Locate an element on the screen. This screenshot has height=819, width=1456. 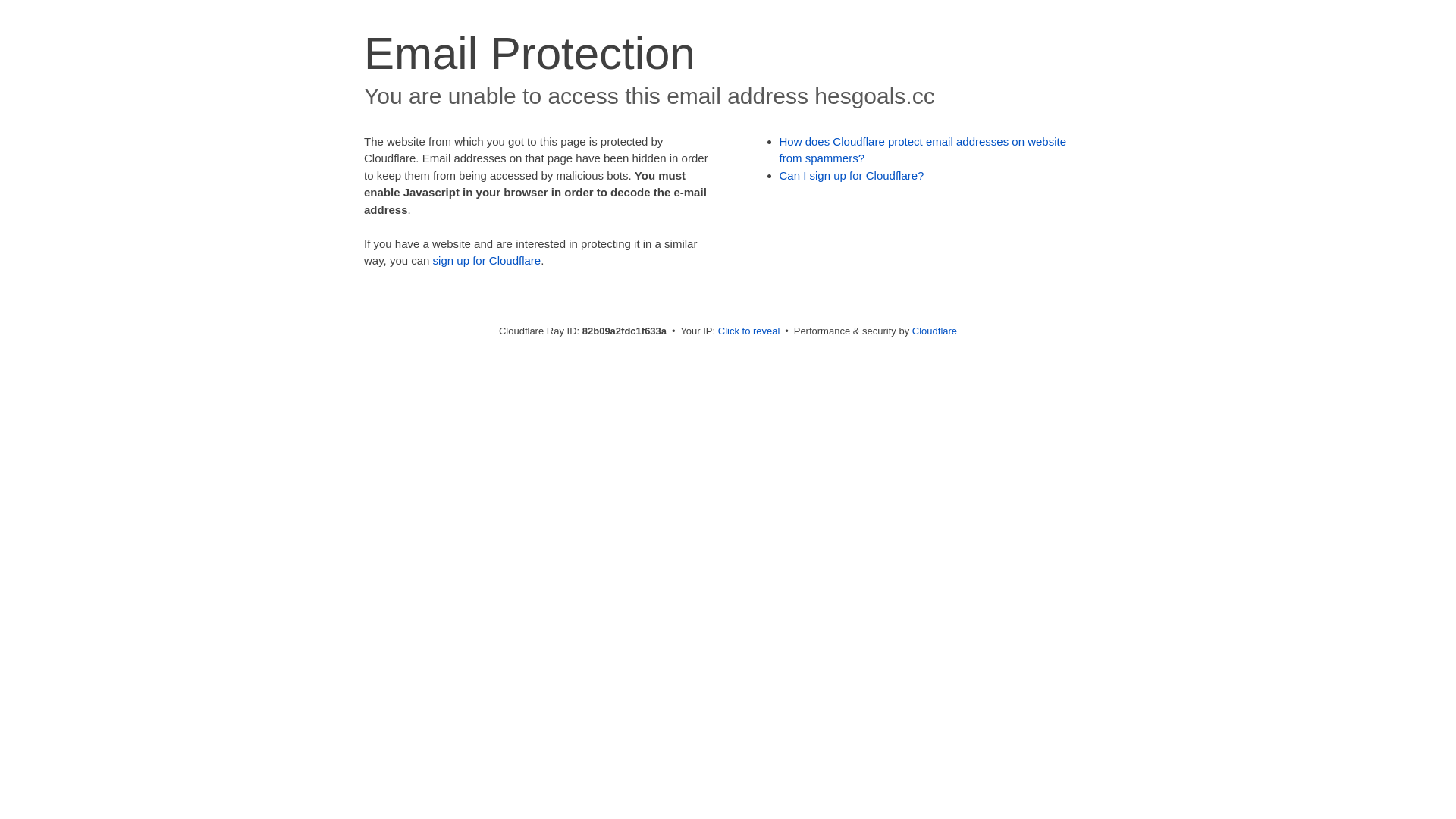
'Click to reveal' is located at coordinates (717, 330).